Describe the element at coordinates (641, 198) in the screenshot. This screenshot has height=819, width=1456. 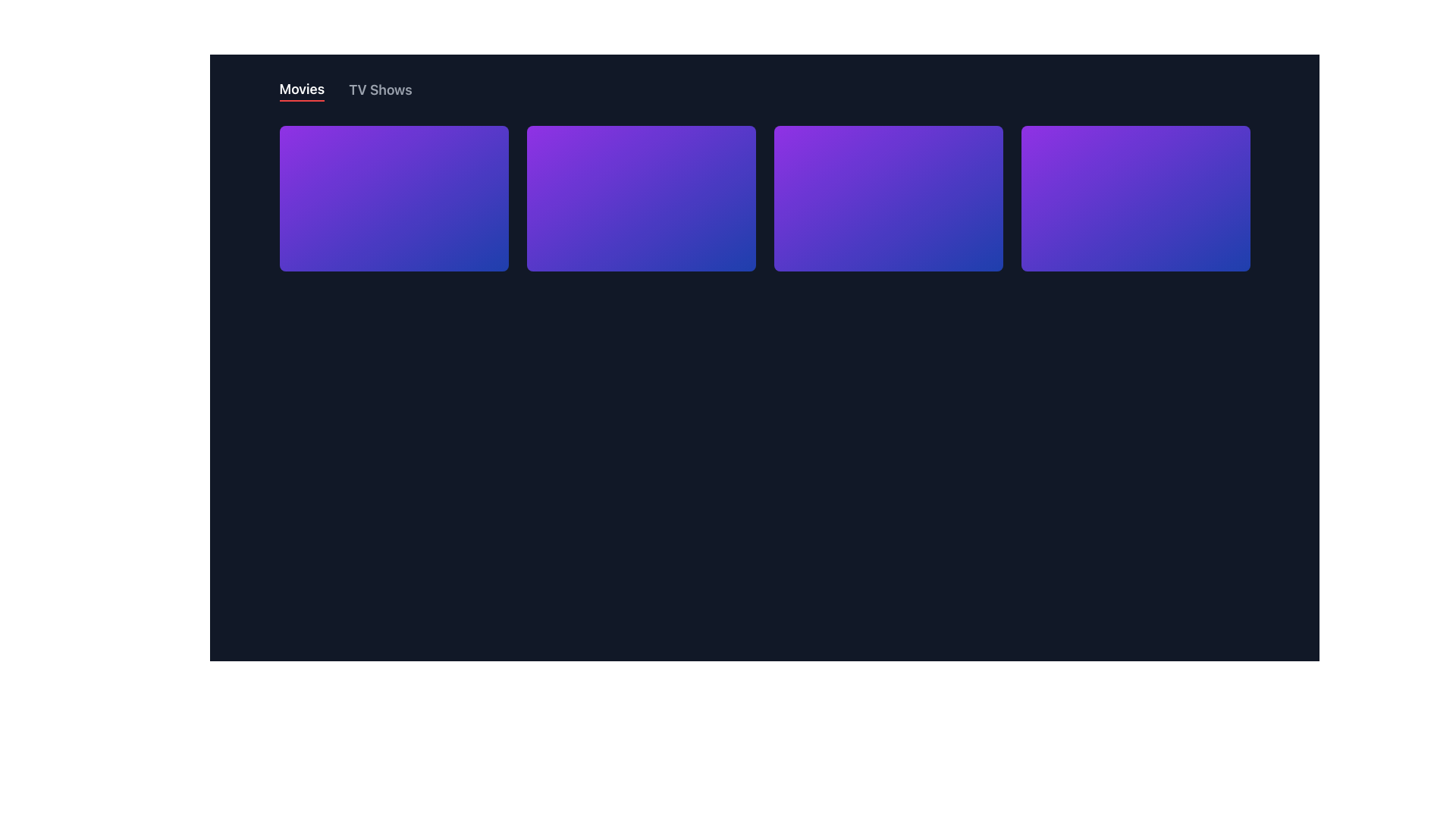
I see `the Clickable card with a gradient background transitioning from purple to blue, located in the second position from the left within a grid of four elements` at that location.